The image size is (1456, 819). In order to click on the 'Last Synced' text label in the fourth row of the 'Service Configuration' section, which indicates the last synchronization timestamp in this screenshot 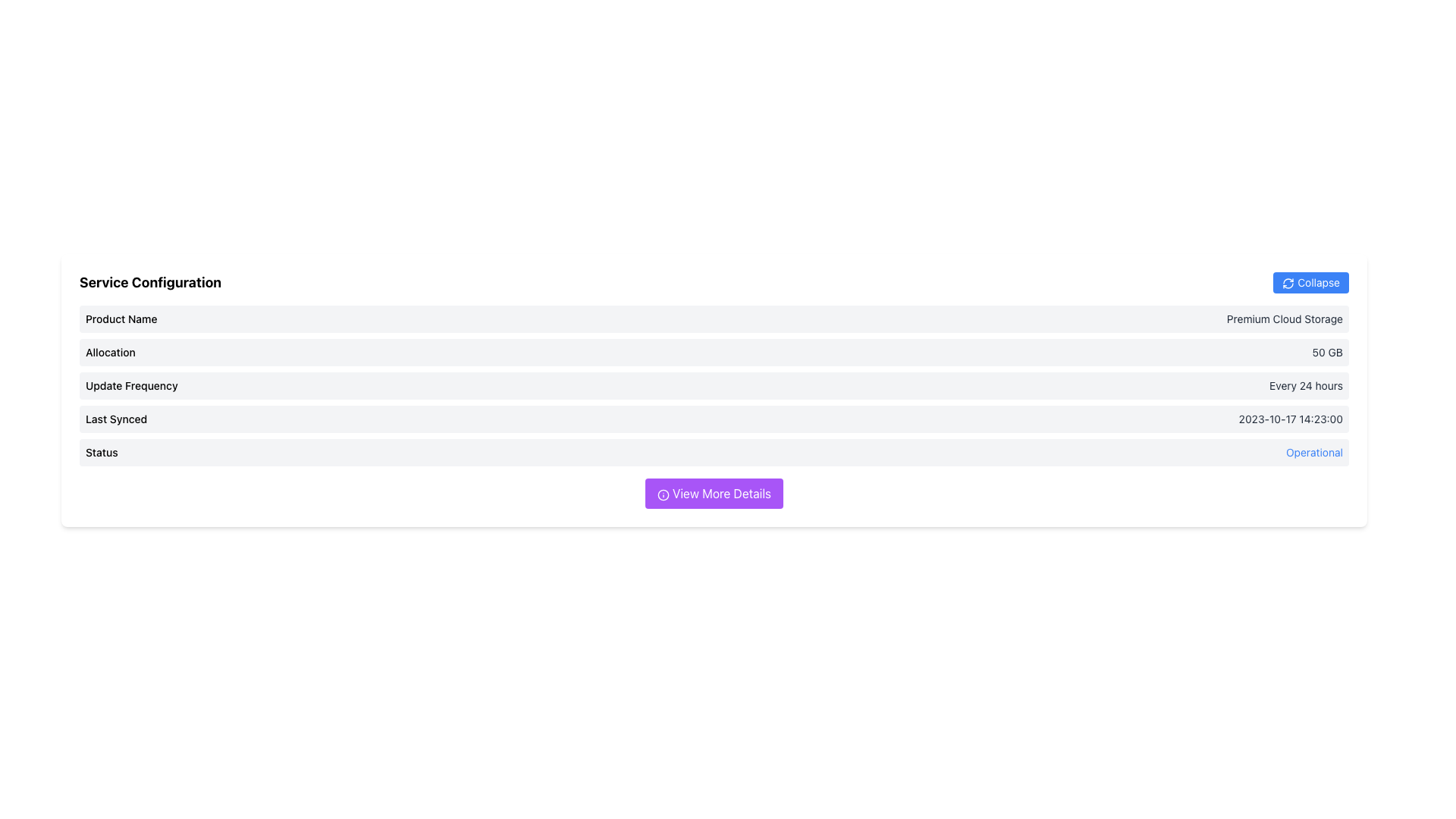, I will do `click(115, 419)`.